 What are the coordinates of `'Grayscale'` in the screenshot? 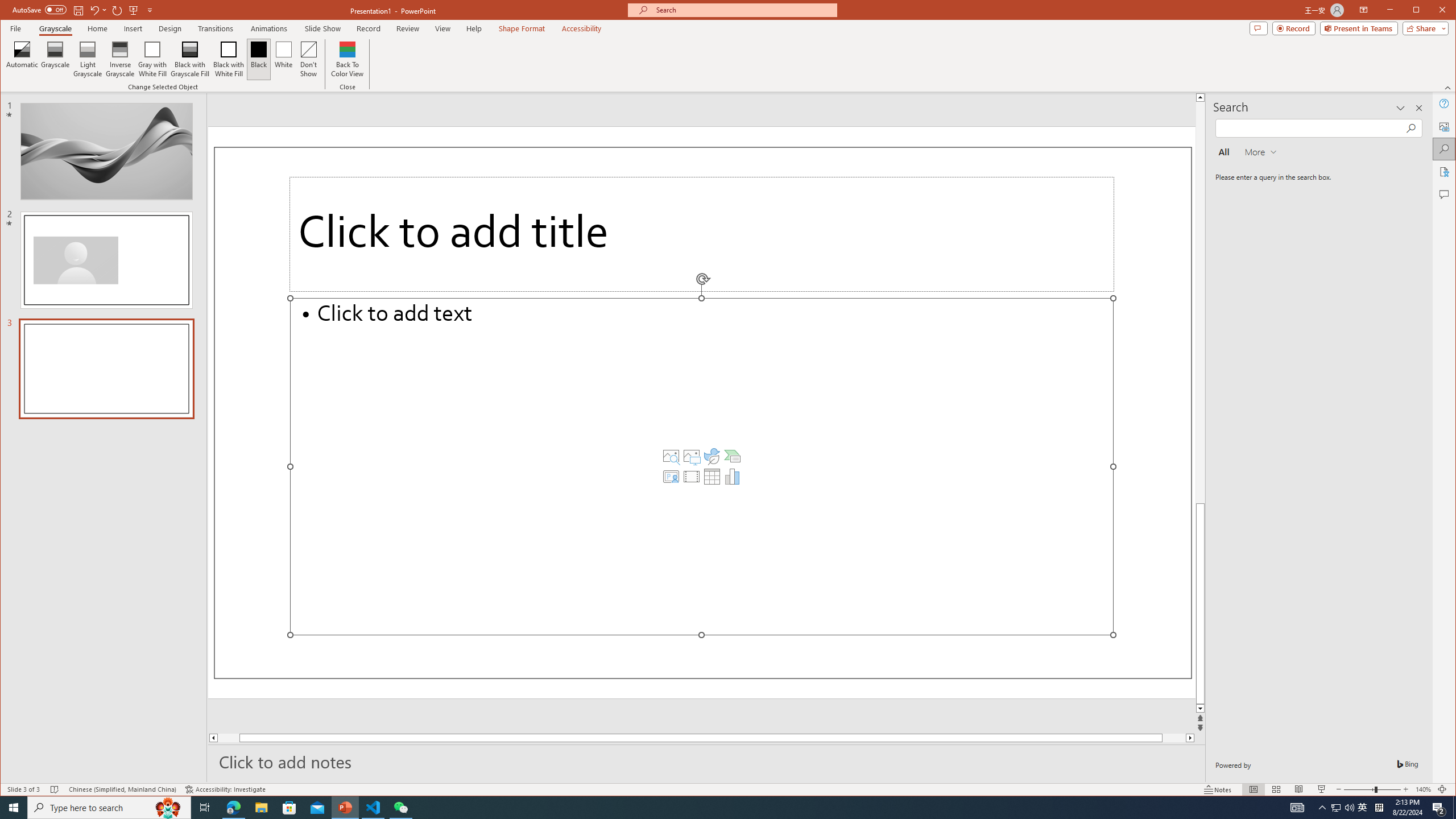 It's located at (55, 59).